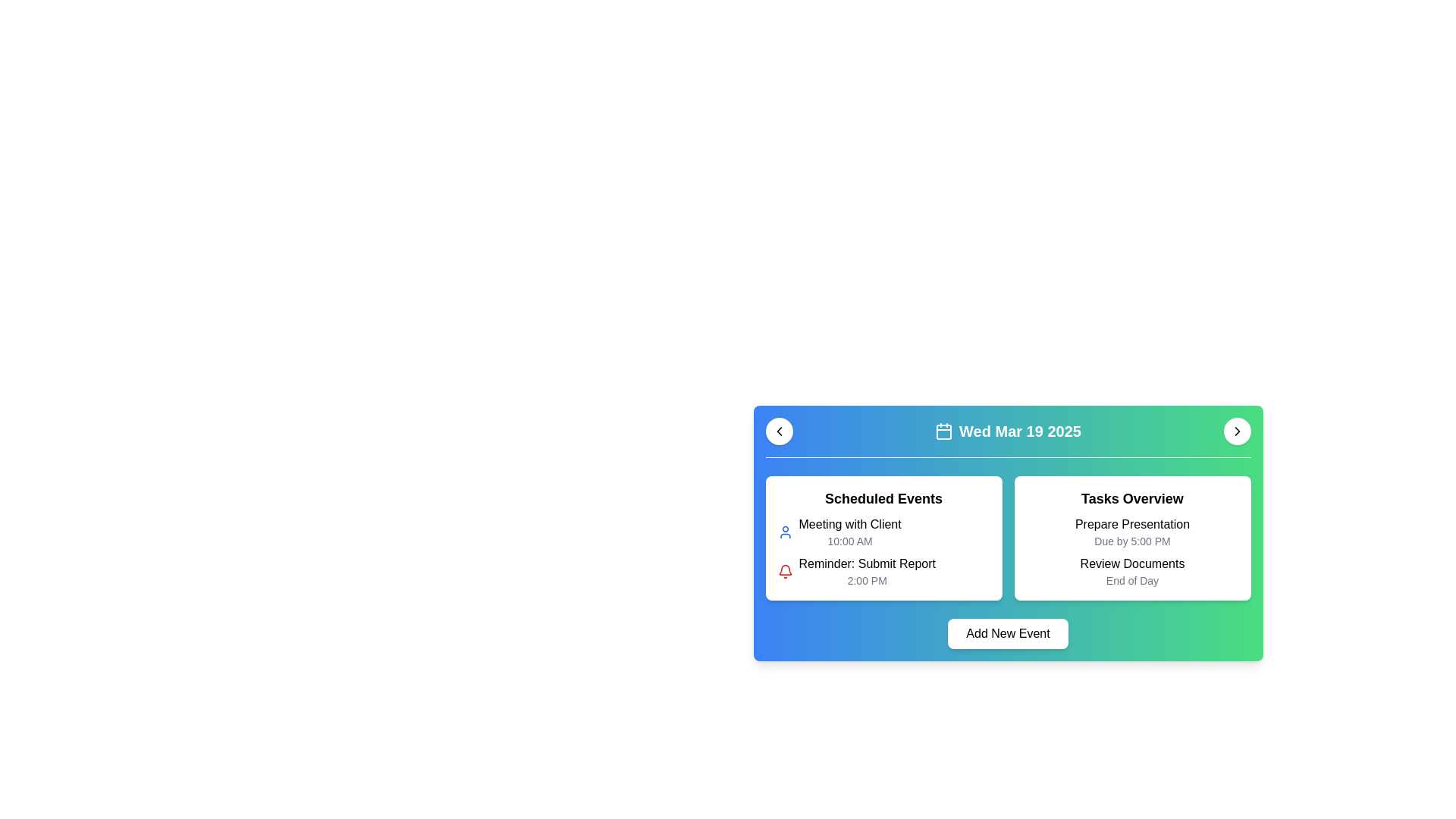 This screenshot has height=819, width=1456. I want to click on the text label displaying 'Meeting with Client' in the 'Scheduled Events' section, located above the '10:00 AM' time text, so click(850, 523).